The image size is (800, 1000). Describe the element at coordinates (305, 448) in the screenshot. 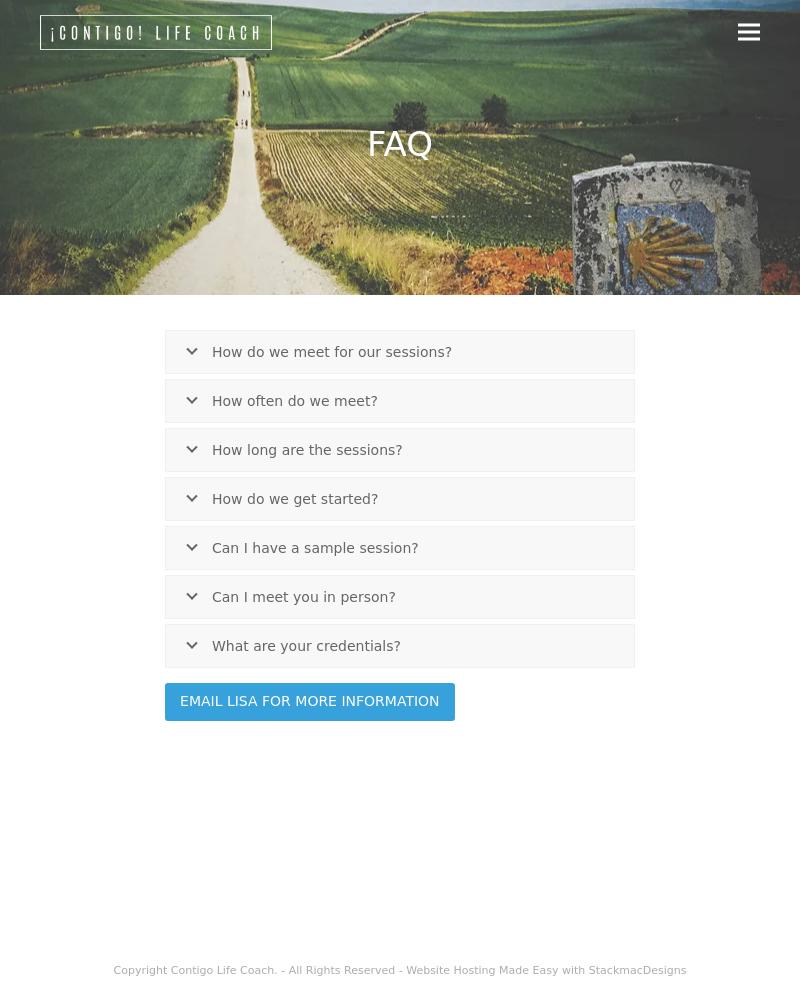

I see `'How long are the sessions?'` at that location.